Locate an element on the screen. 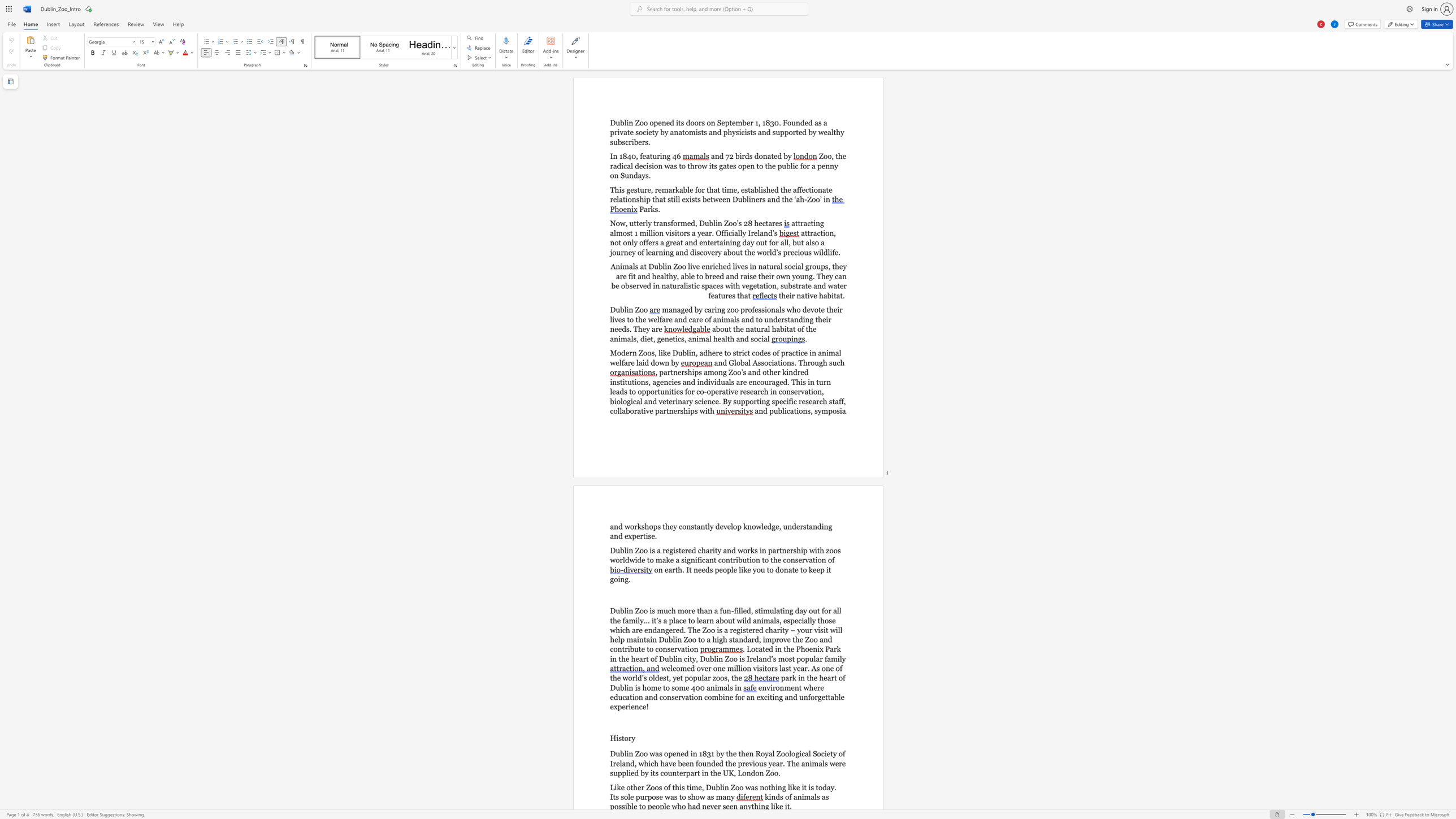 This screenshot has height=819, width=1456. the subset text "o devote their lives to the welfare and care of animals a" within the text "managed by caring zoo professionals who devote their lives to the welfare and care of animals and to understanding their needs. They are" is located at coordinates (796, 309).